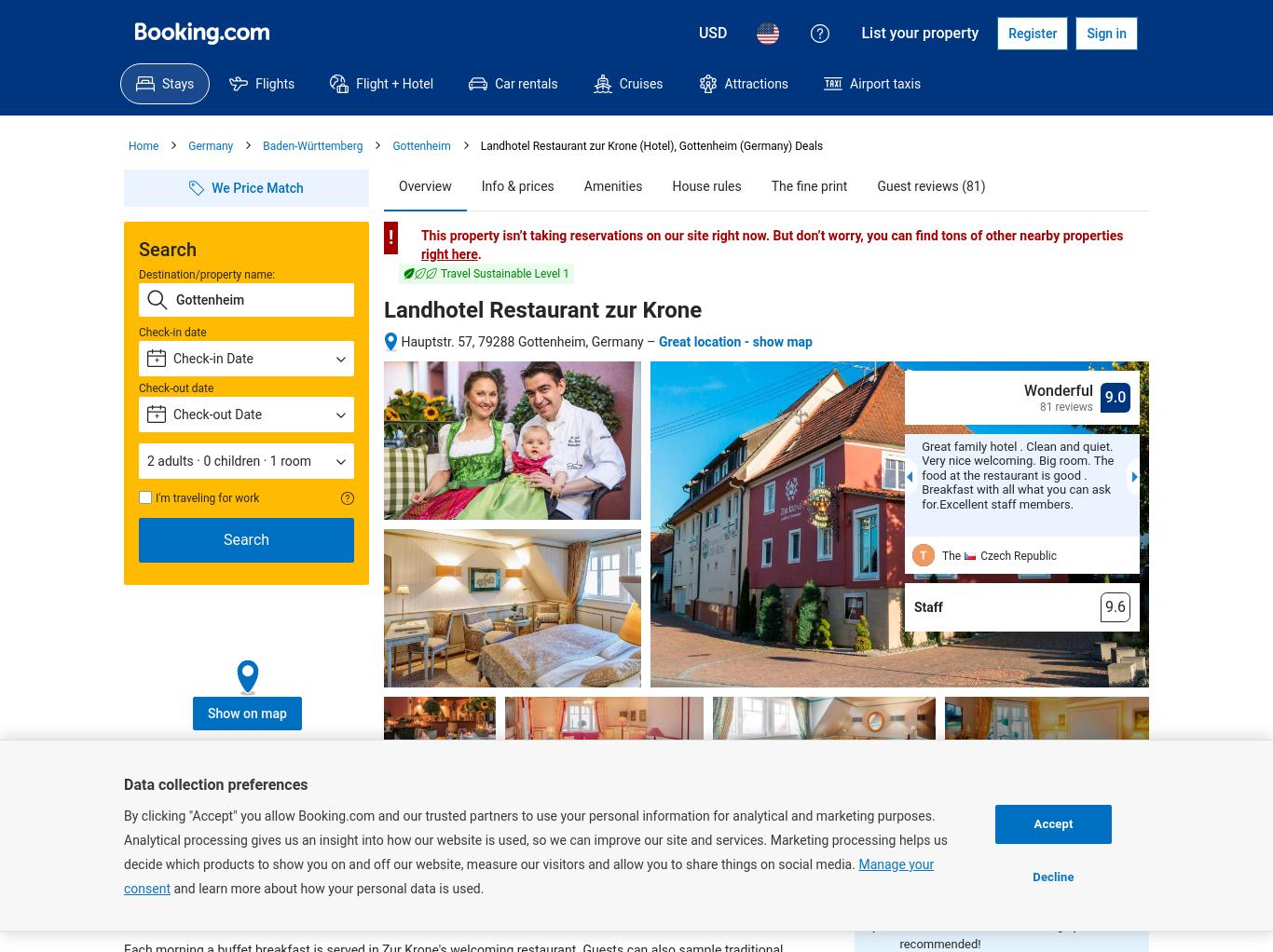 The height and width of the screenshot is (952, 1273). Describe the element at coordinates (209, 144) in the screenshot. I see `'Germany'` at that location.